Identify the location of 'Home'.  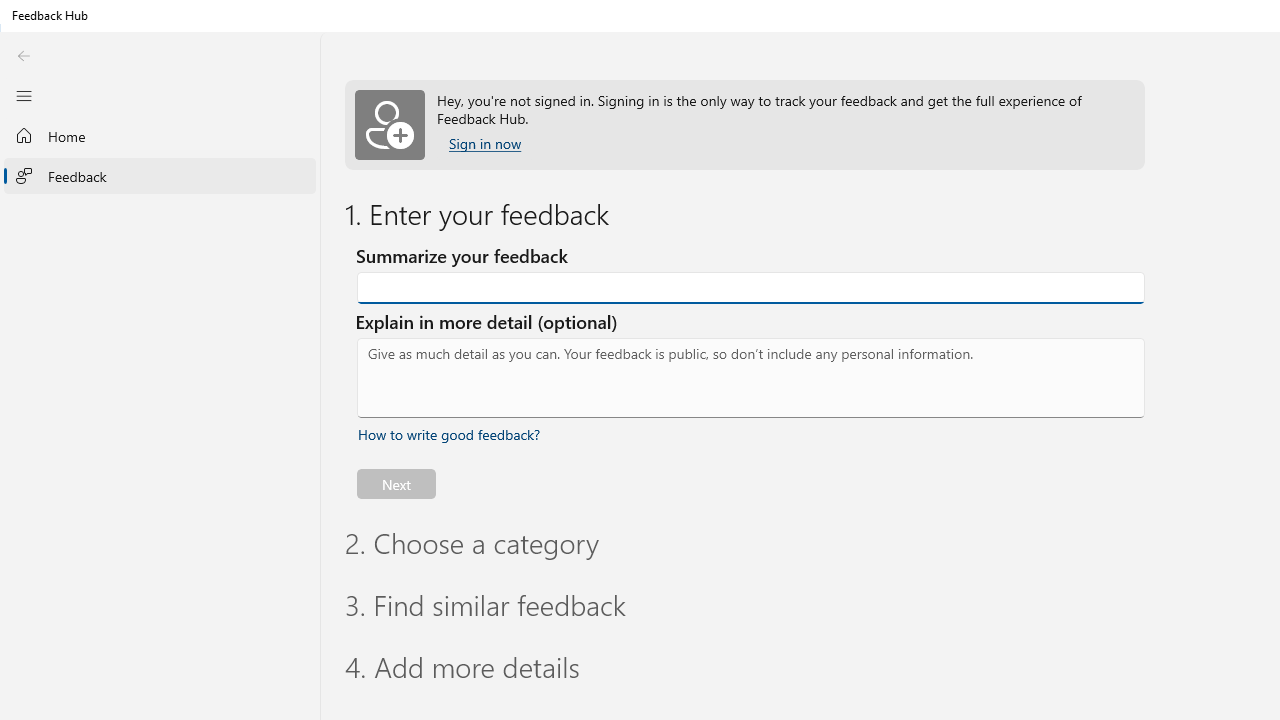
(160, 135).